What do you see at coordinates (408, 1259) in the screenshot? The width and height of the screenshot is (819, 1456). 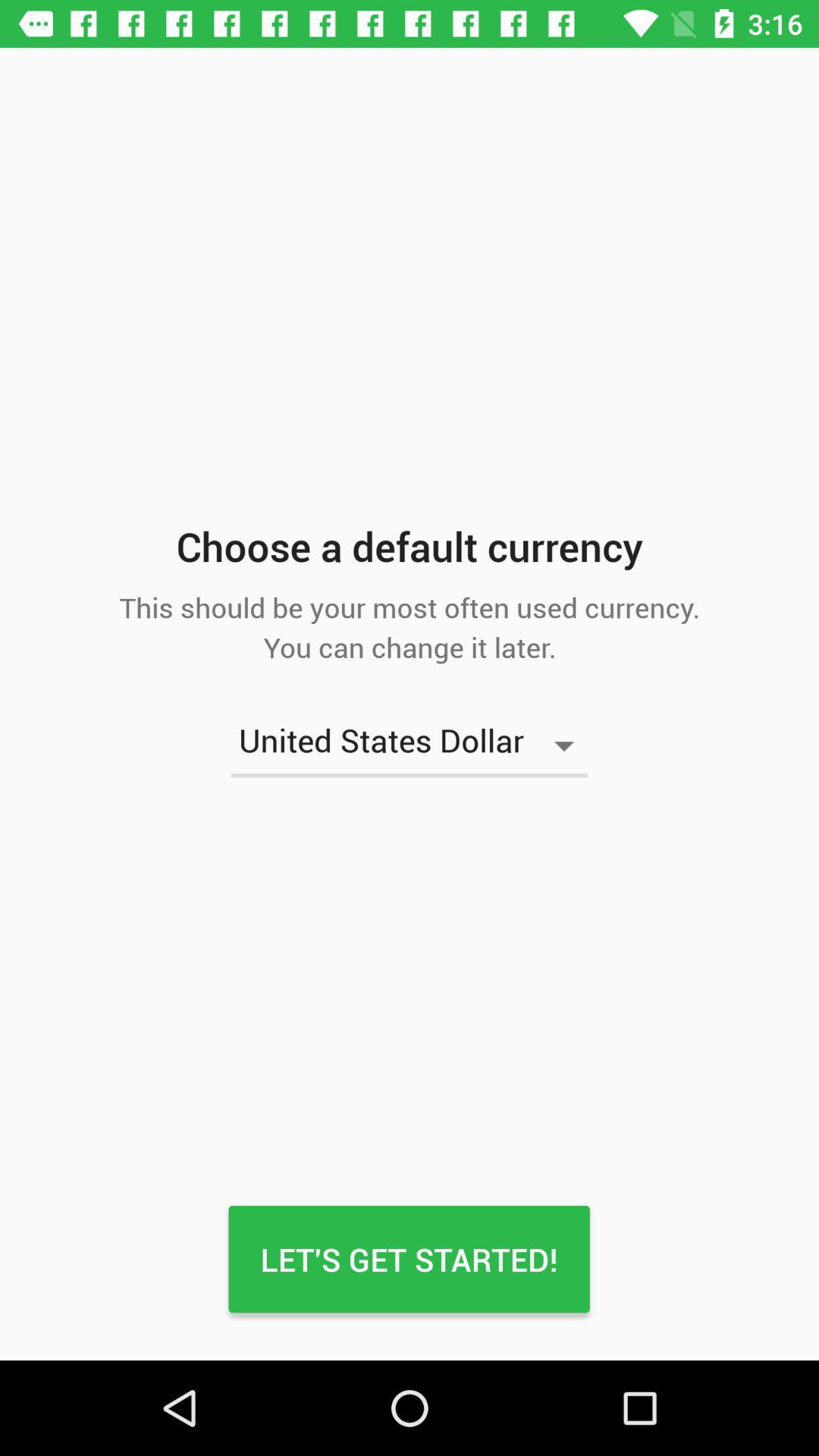 I see `the let s get` at bounding box center [408, 1259].